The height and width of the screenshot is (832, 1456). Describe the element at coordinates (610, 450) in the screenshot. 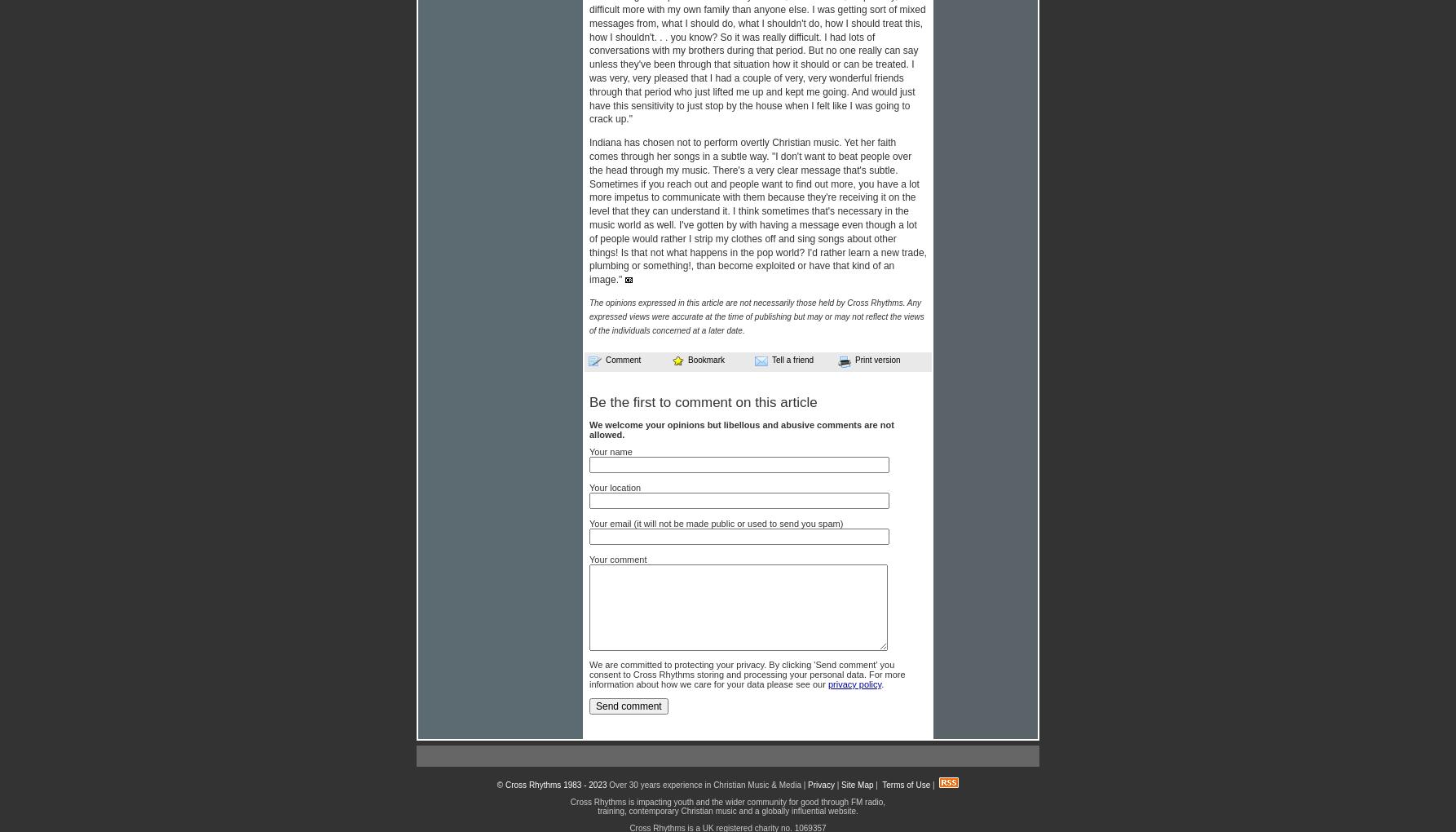

I see `'Your name'` at that location.